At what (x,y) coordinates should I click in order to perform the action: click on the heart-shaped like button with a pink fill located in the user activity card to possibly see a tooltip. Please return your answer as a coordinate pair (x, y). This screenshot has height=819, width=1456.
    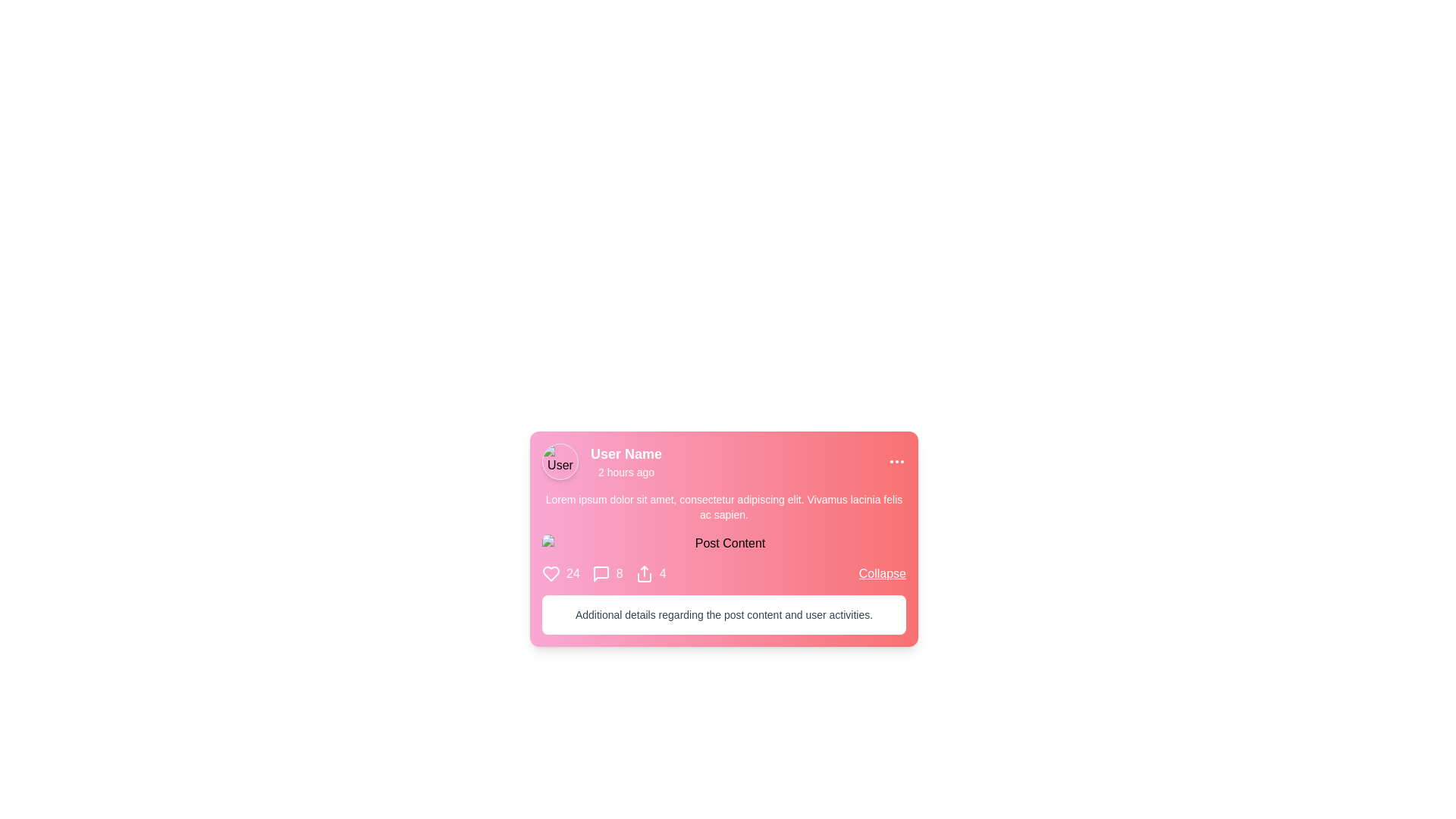
    Looking at the image, I should click on (550, 573).